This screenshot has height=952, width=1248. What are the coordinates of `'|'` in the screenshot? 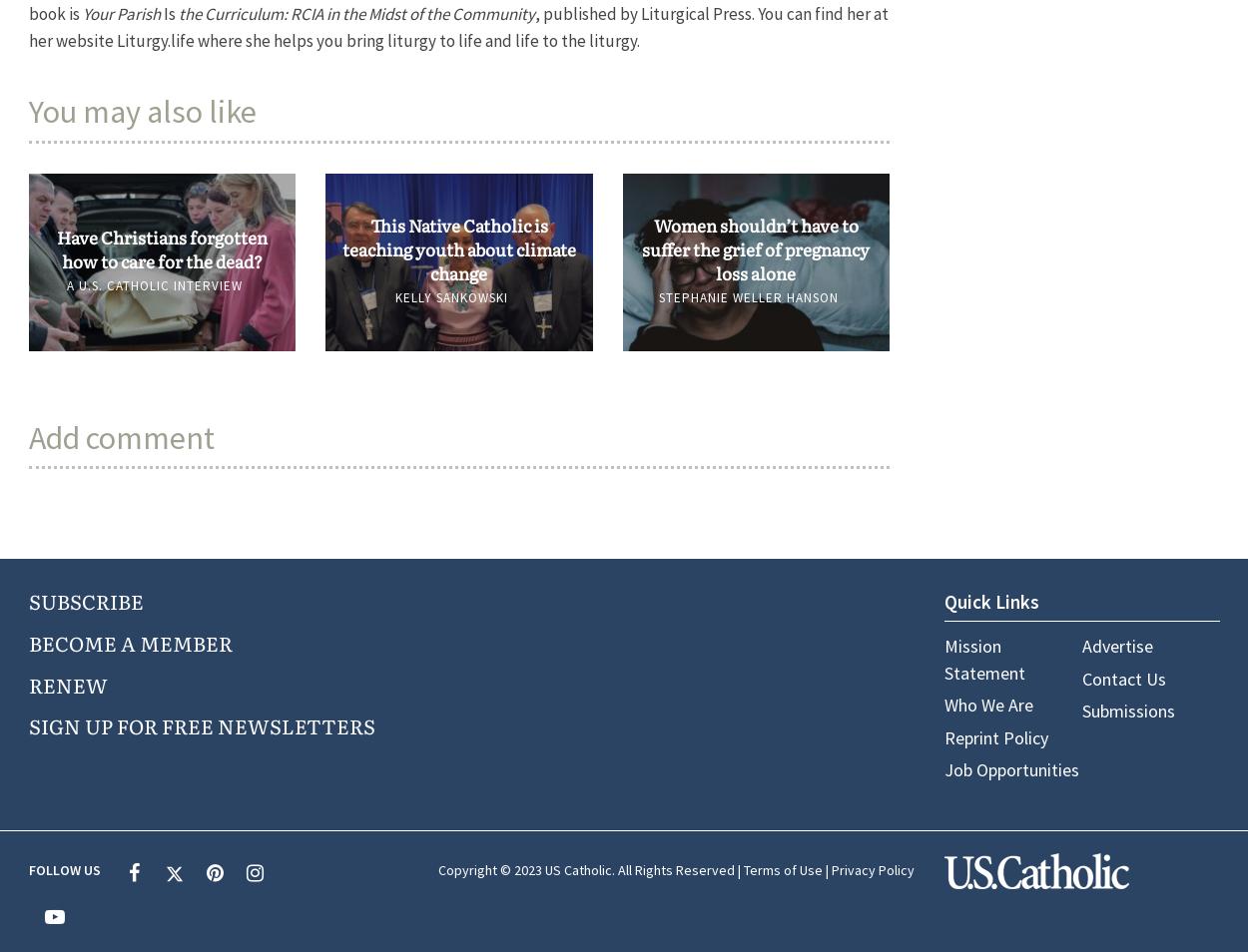 It's located at (825, 869).